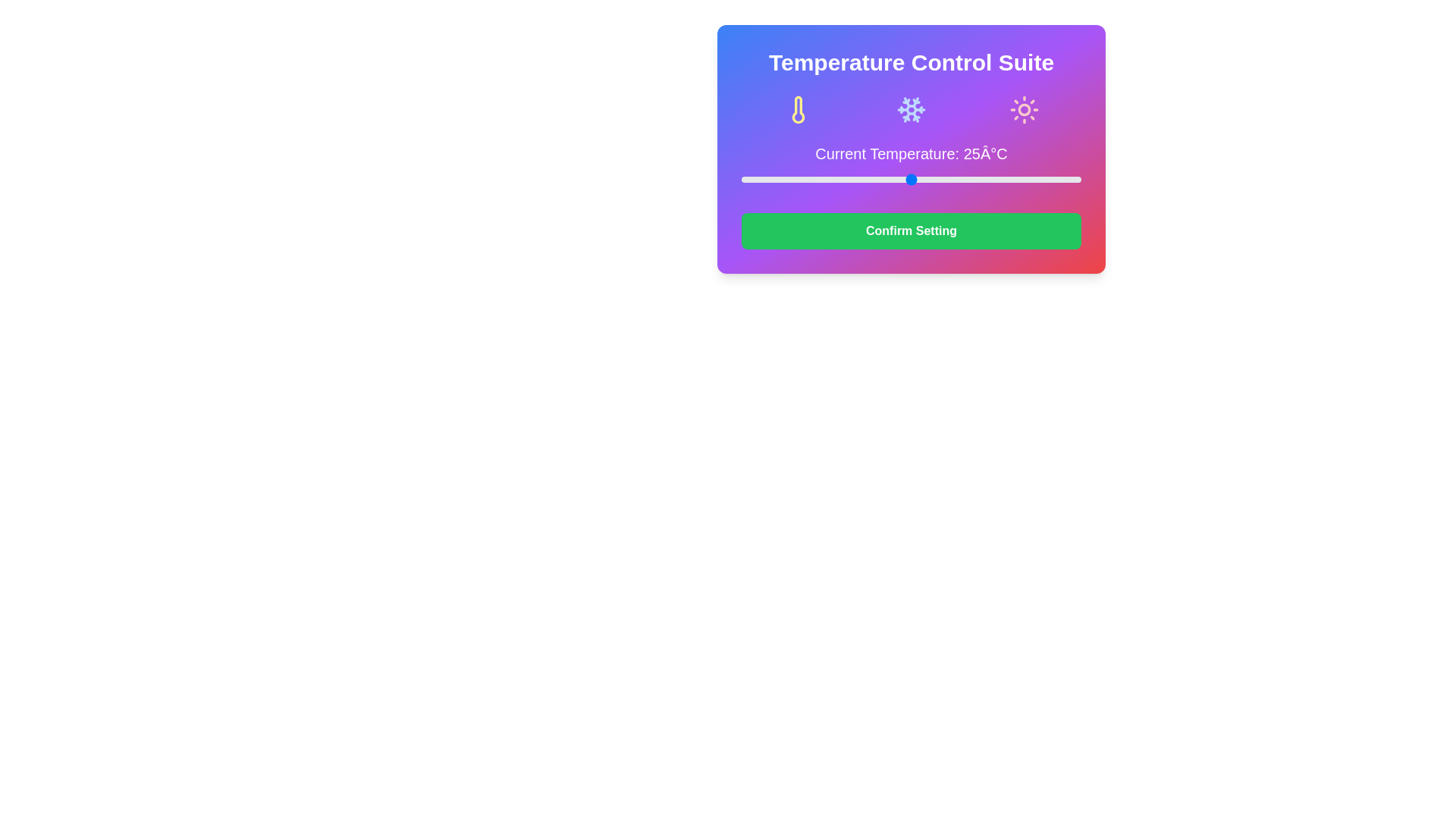 The image size is (1456, 819). Describe the element at coordinates (755, 178) in the screenshot. I see `the slider to set the temperature to 2°C` at that location.